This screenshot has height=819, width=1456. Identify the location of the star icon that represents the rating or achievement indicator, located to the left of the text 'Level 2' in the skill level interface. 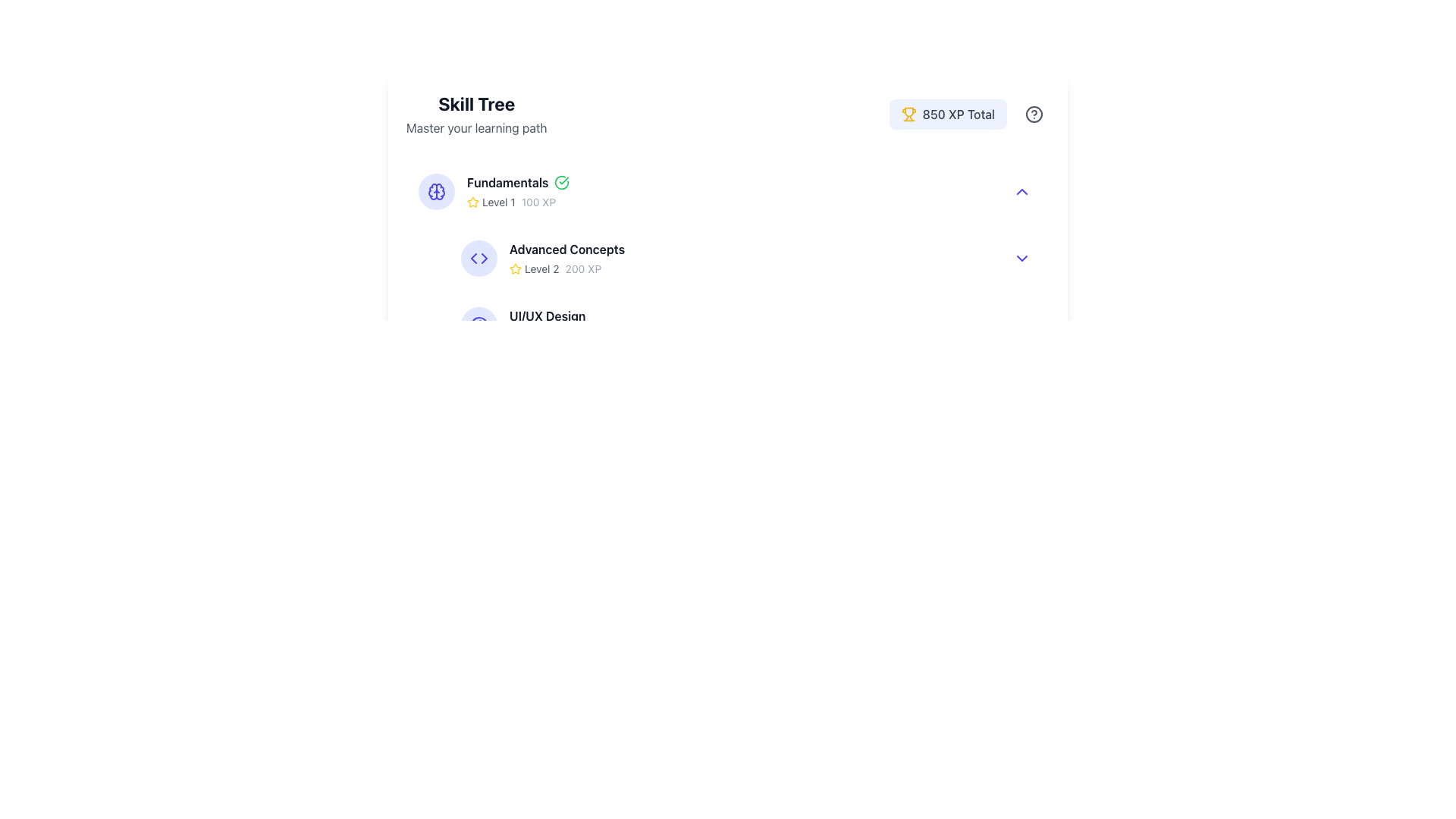
(516, 268).